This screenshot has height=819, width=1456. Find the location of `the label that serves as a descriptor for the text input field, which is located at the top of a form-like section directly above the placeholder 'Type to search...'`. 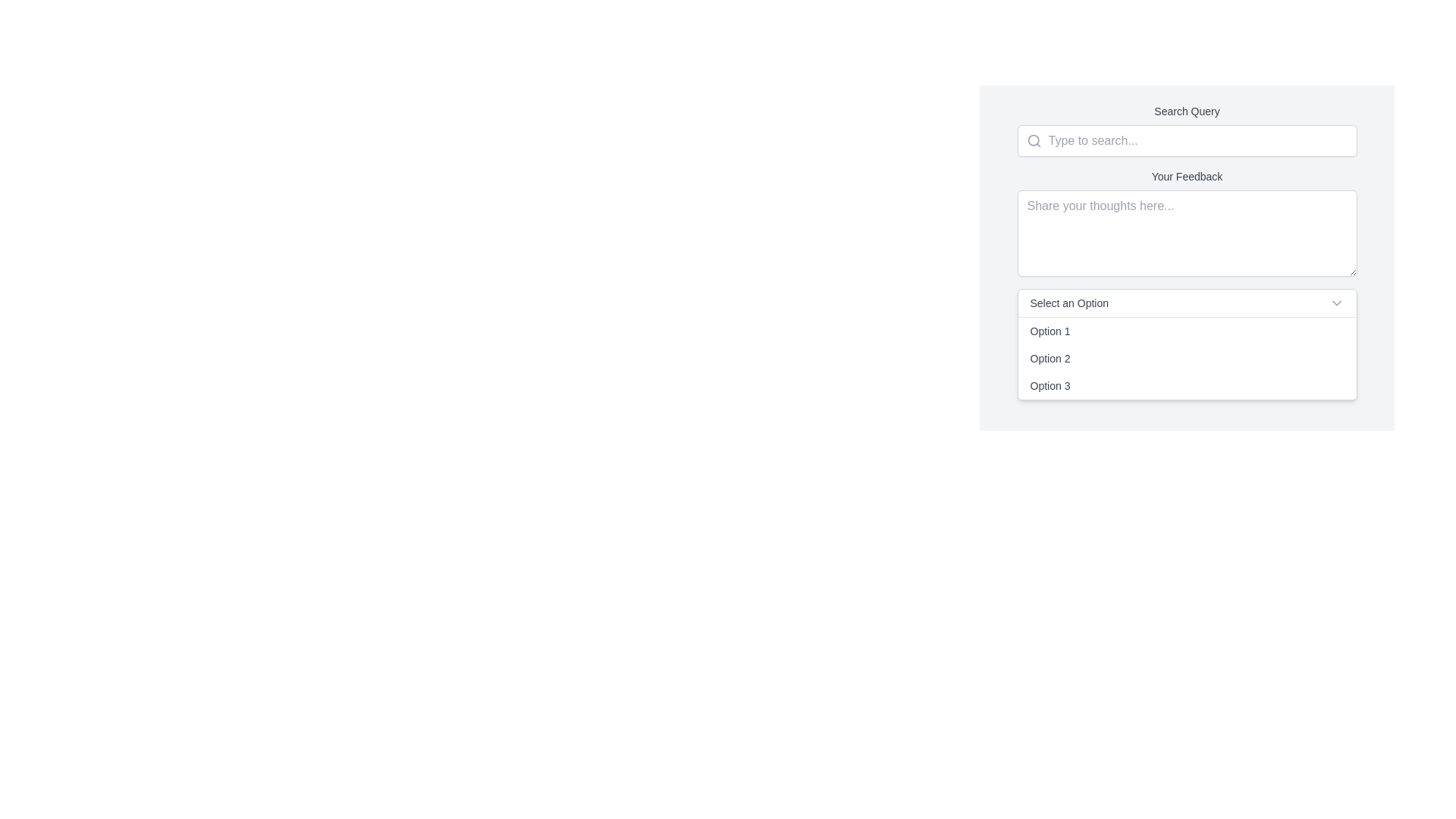

the label that serves as a descriptor for the text input field, which is located at the top of a form-like section directly above the placeholder 'Type to search...' is located at coordinates (1186, 110).